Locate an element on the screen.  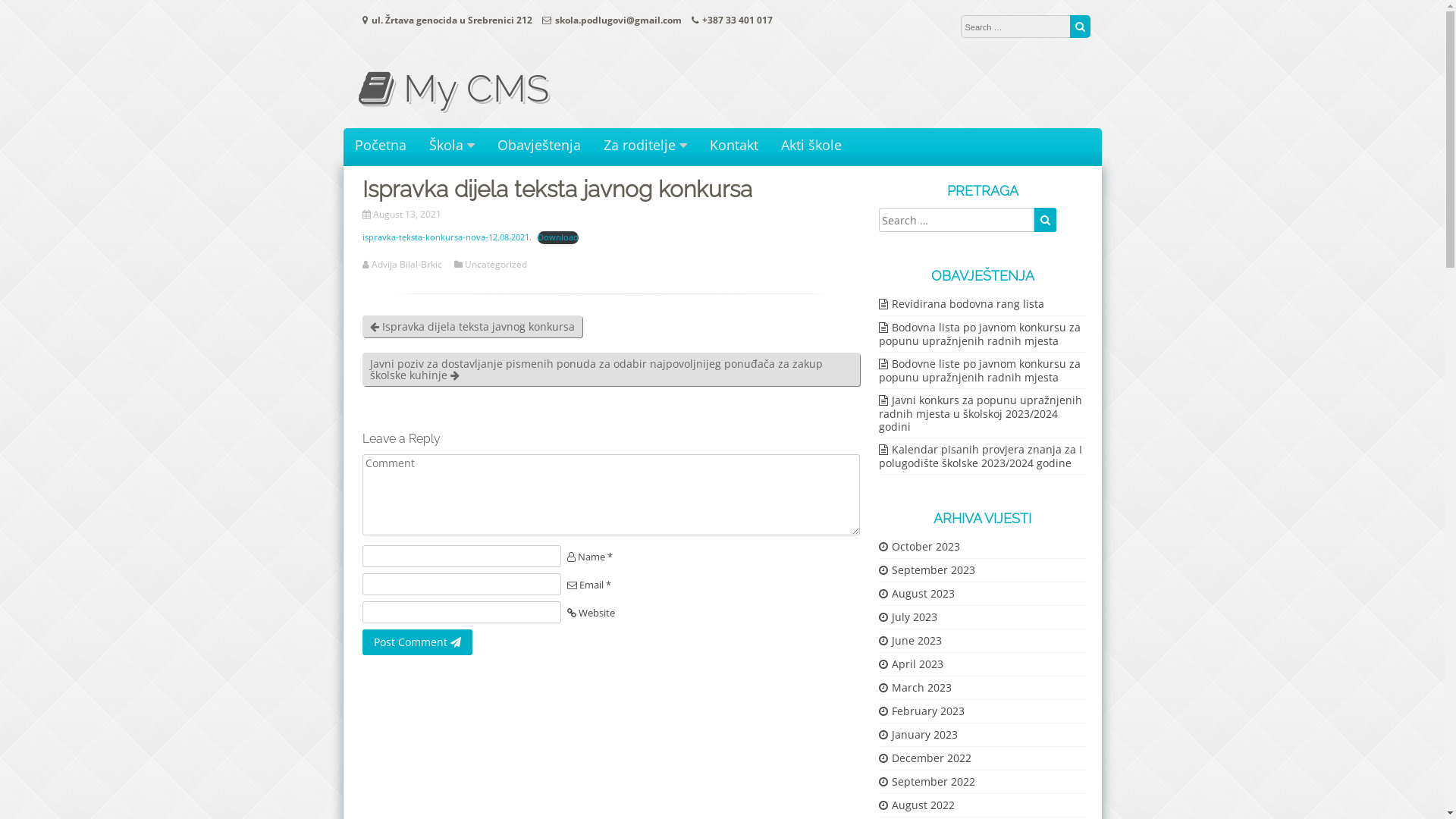
'August 2023' is located at coordinates (877, 592).